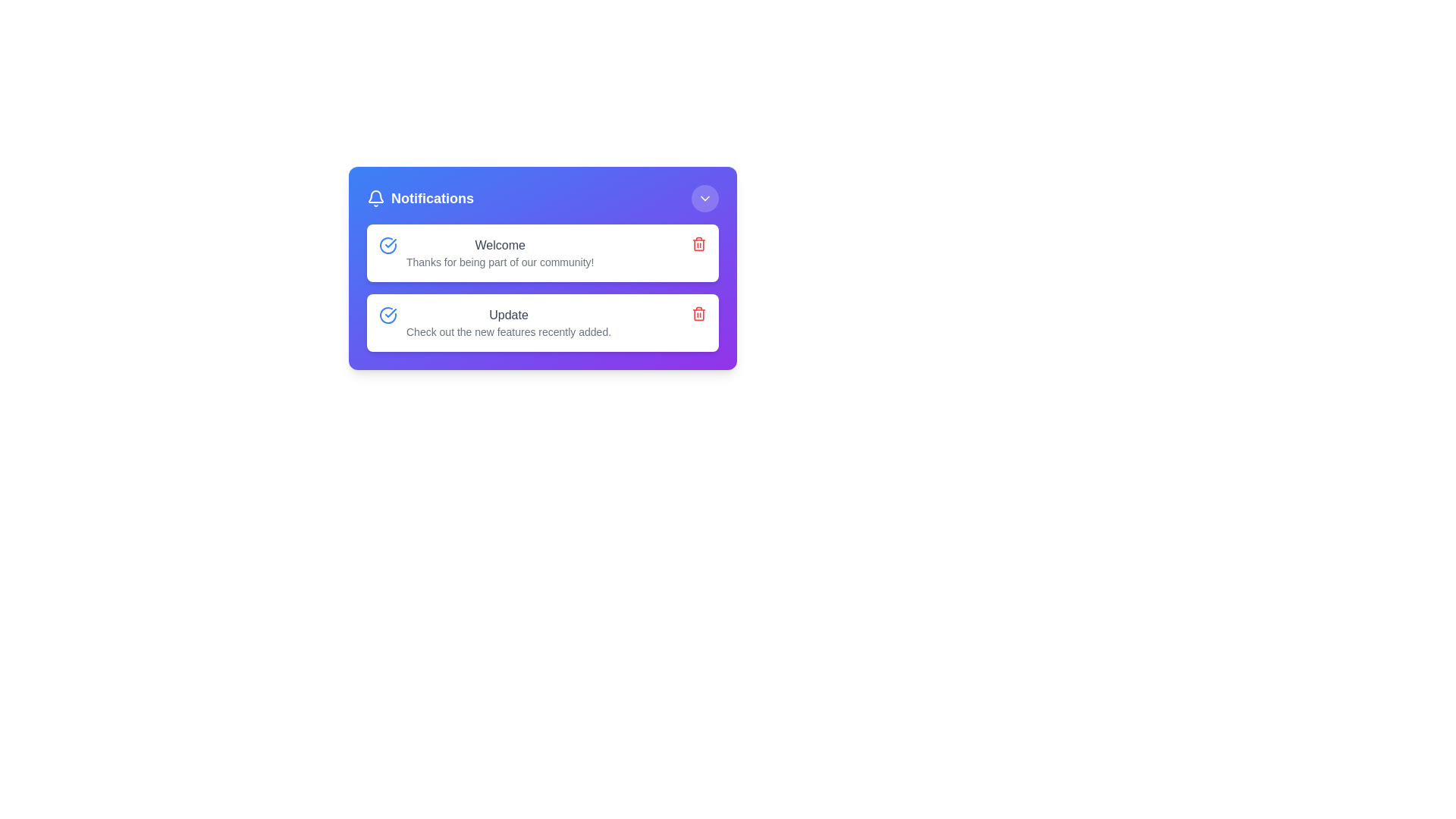  What do you see at coordinates (698, 243) in the screenshot?
I see `the delete button located in the first notification card, aligned to the right of the text 'Welcome - Thanks for being part of our community!', to change its color` at bounding box center [698, 243].